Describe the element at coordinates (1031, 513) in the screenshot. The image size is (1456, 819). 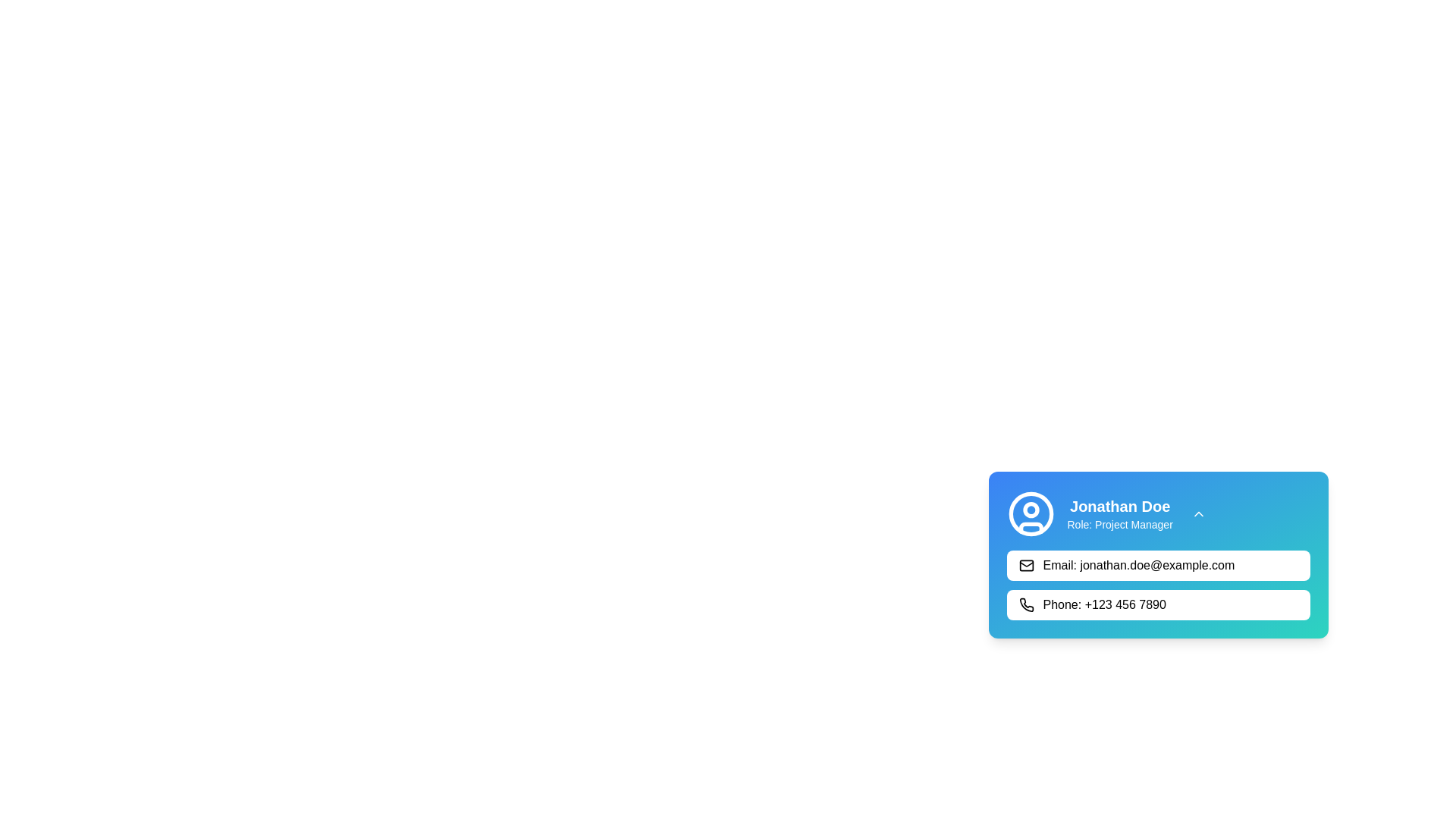
I see `the User profile icon, which visually represents user-related information and is located to the left of the text displaying 'Jonathan Doe' and 'Role: Project Manager'` at that location.